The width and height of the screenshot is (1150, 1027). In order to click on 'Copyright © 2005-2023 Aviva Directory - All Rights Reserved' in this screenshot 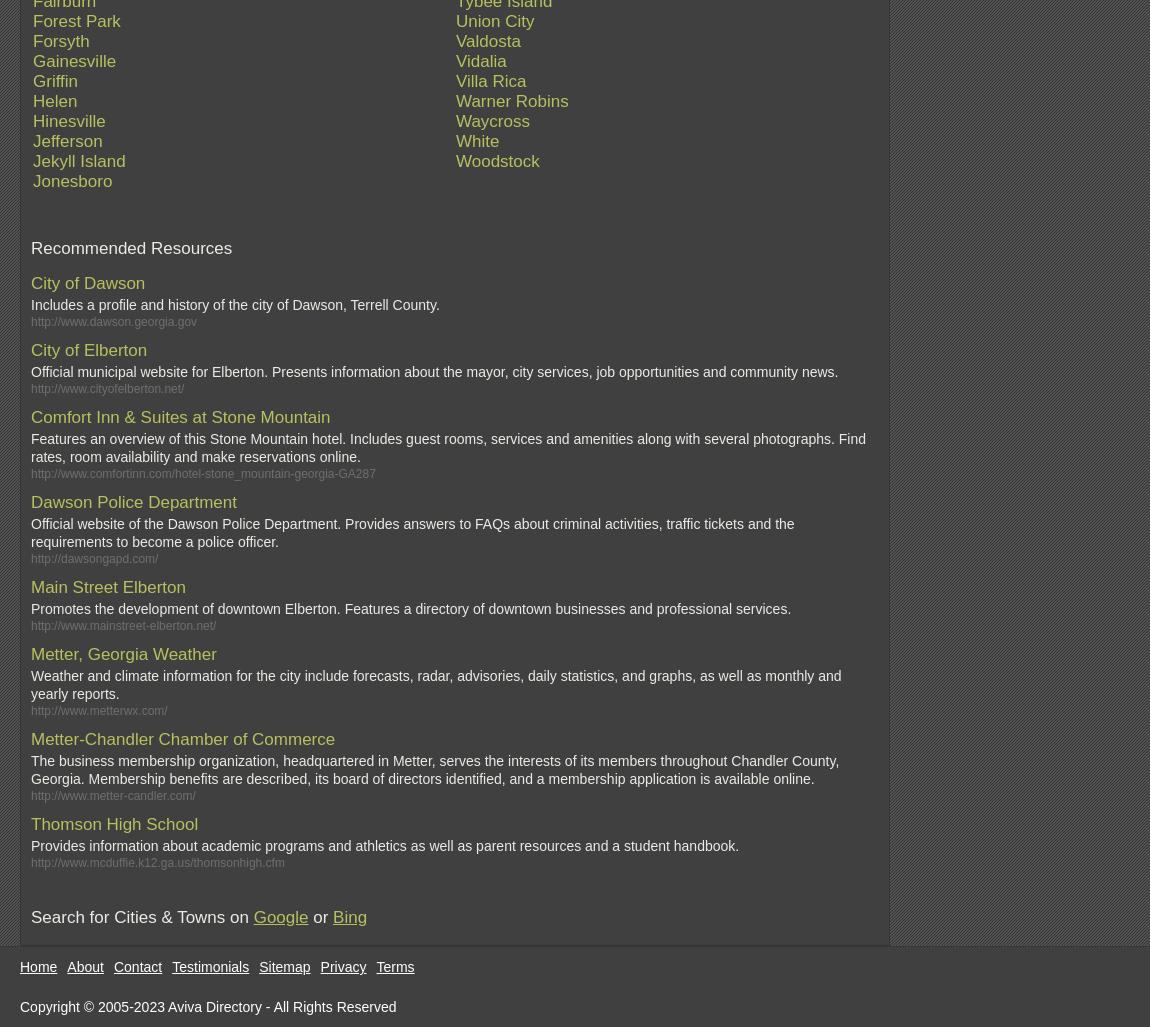, I will do `click(207, 1005)`.